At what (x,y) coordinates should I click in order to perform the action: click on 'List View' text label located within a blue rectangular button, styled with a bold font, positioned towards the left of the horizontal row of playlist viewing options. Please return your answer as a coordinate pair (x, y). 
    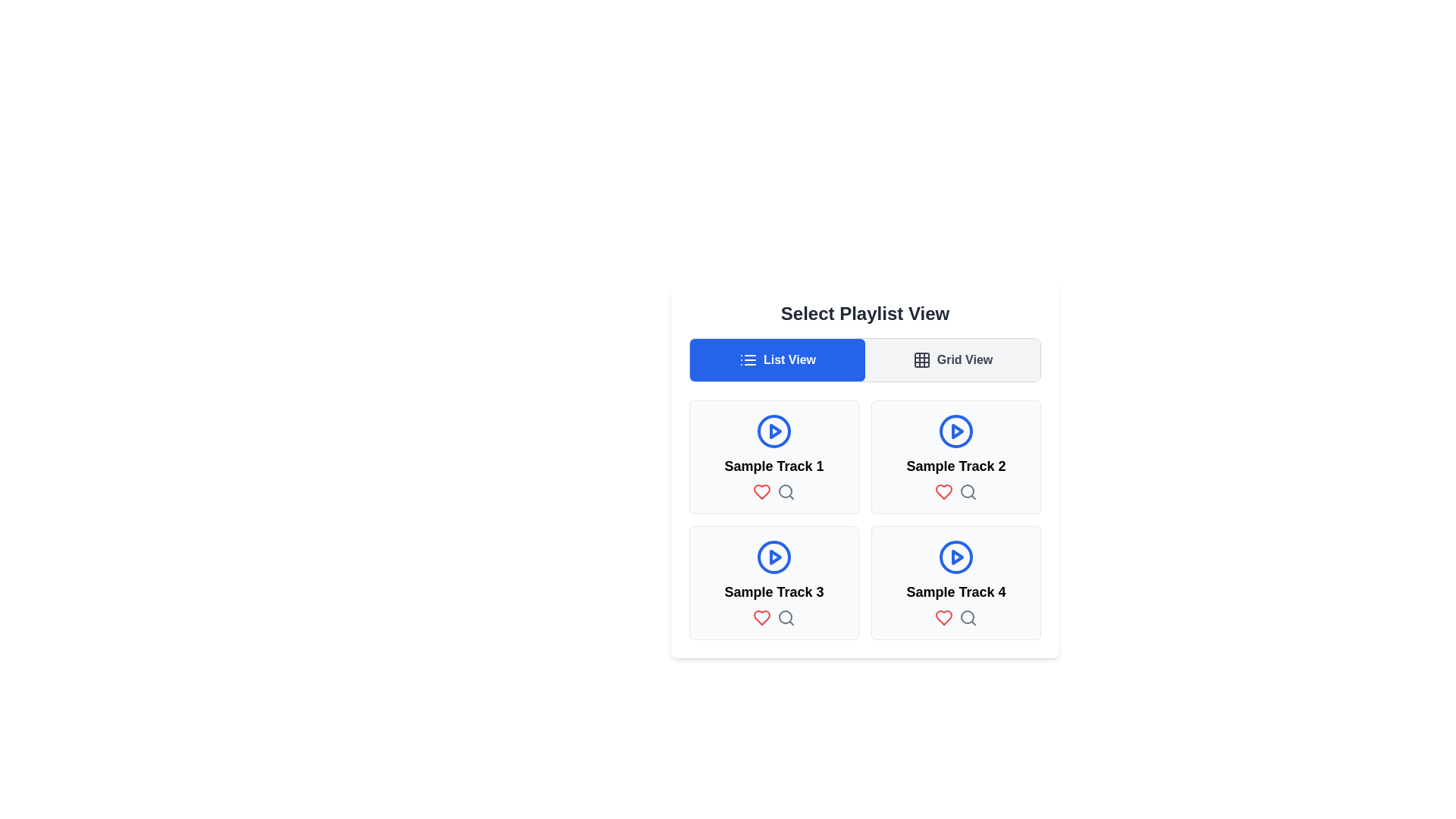
    Looking at the image, I should click on (789, 359).